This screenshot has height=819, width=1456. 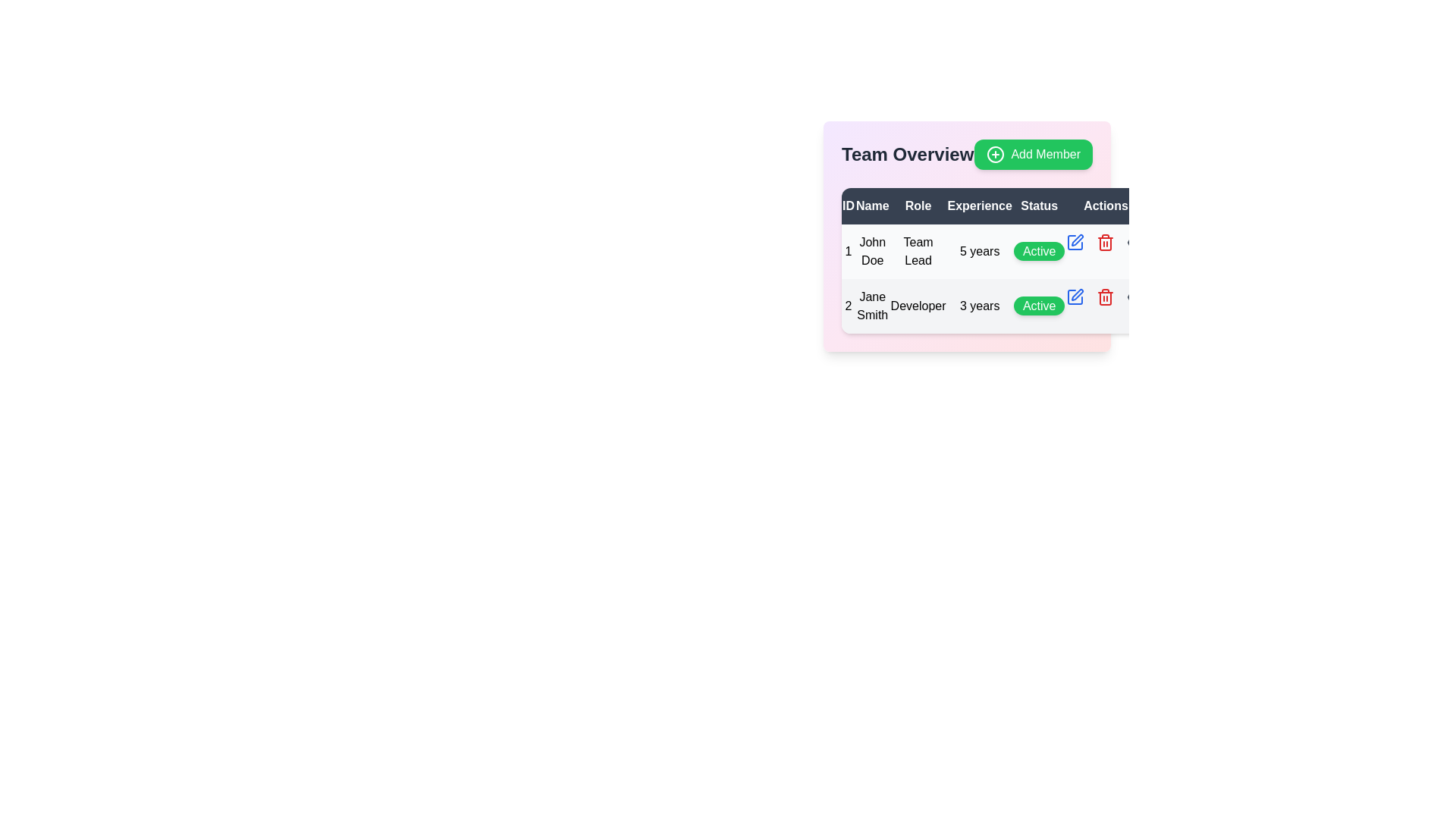 What do you see at coordinates (1038, 306) in the screenshot?
I see `the 'Active' status label in the Status column of the second row for 'Jane Smith', the Developer` at bounding box center [1038, 306].